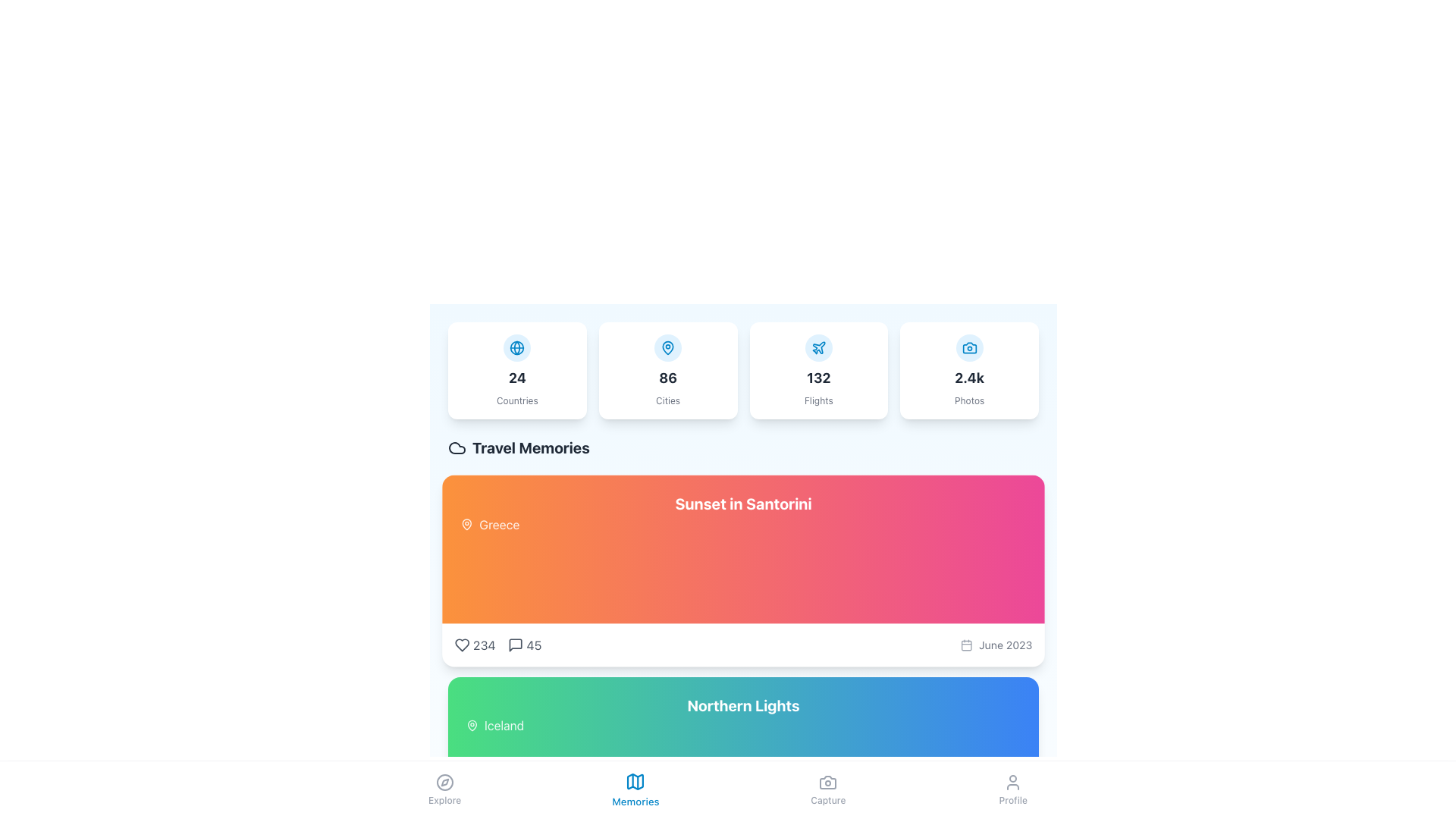 This screenshot has height=819, width=1456. What do you see at coordinates (667, 348) in the screenshot?
I see `the leftmost icon in the orange rectangular group labeled 'Greece' in the 'Travel Memories' section, which serves as a visual marker for geographic location information` at bounding box center [667, 348].